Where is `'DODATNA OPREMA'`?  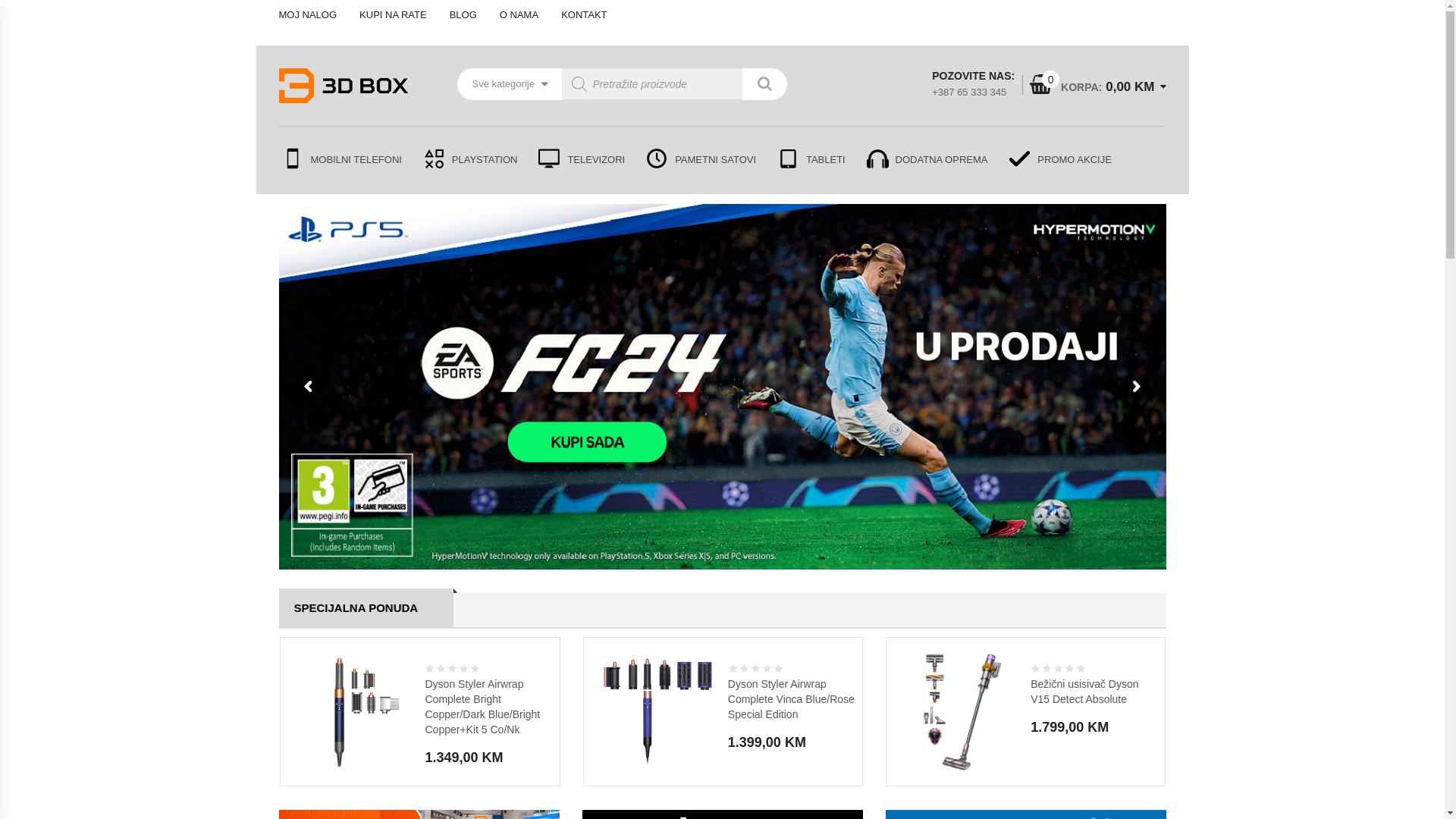
'DODATNA OPREMA' is located at coordinates (855, 160).